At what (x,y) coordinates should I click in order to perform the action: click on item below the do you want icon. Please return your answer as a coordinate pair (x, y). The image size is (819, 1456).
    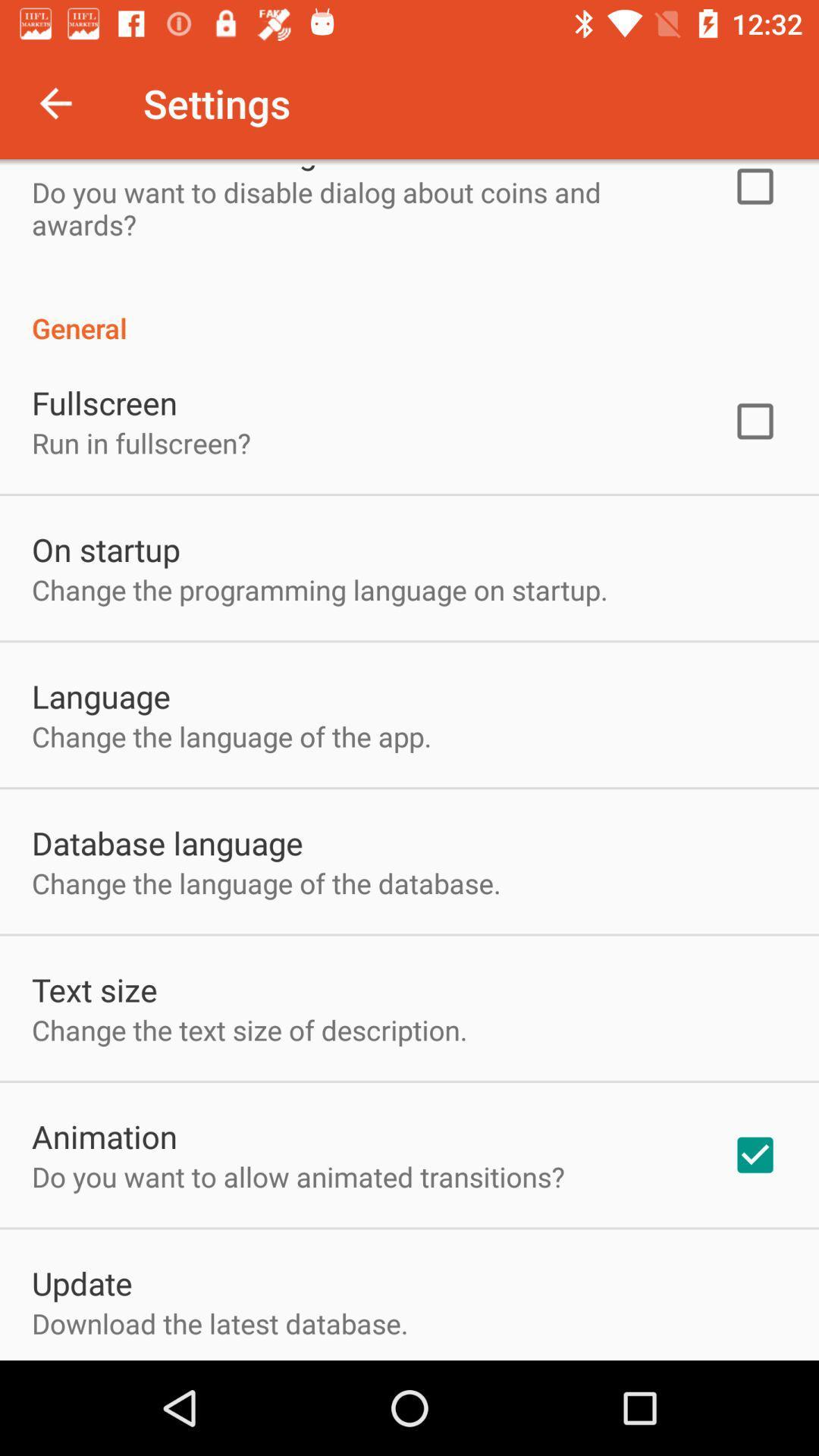
    Looking at the image, I should click on (82, 1282).